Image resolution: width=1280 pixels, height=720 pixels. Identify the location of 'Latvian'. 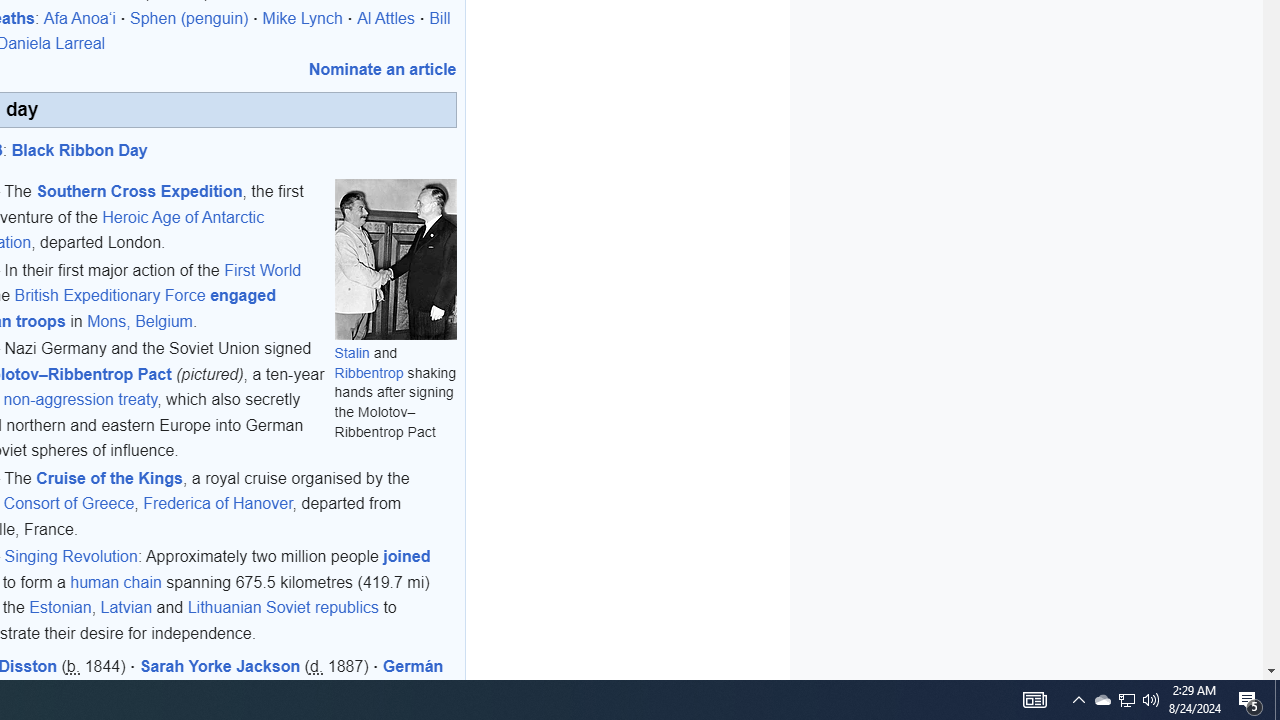
(125, 607).